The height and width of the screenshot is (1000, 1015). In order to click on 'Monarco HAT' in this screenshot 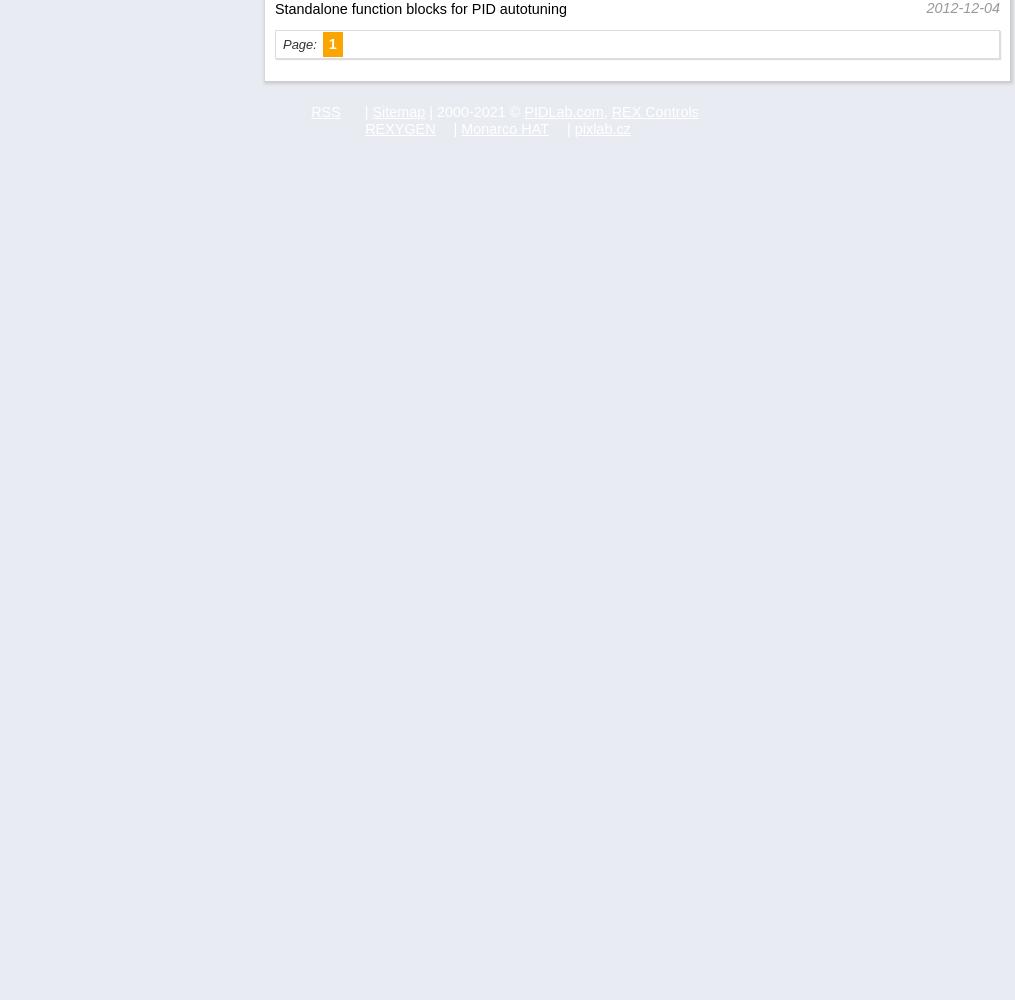, I will do `click(503, 128)`.